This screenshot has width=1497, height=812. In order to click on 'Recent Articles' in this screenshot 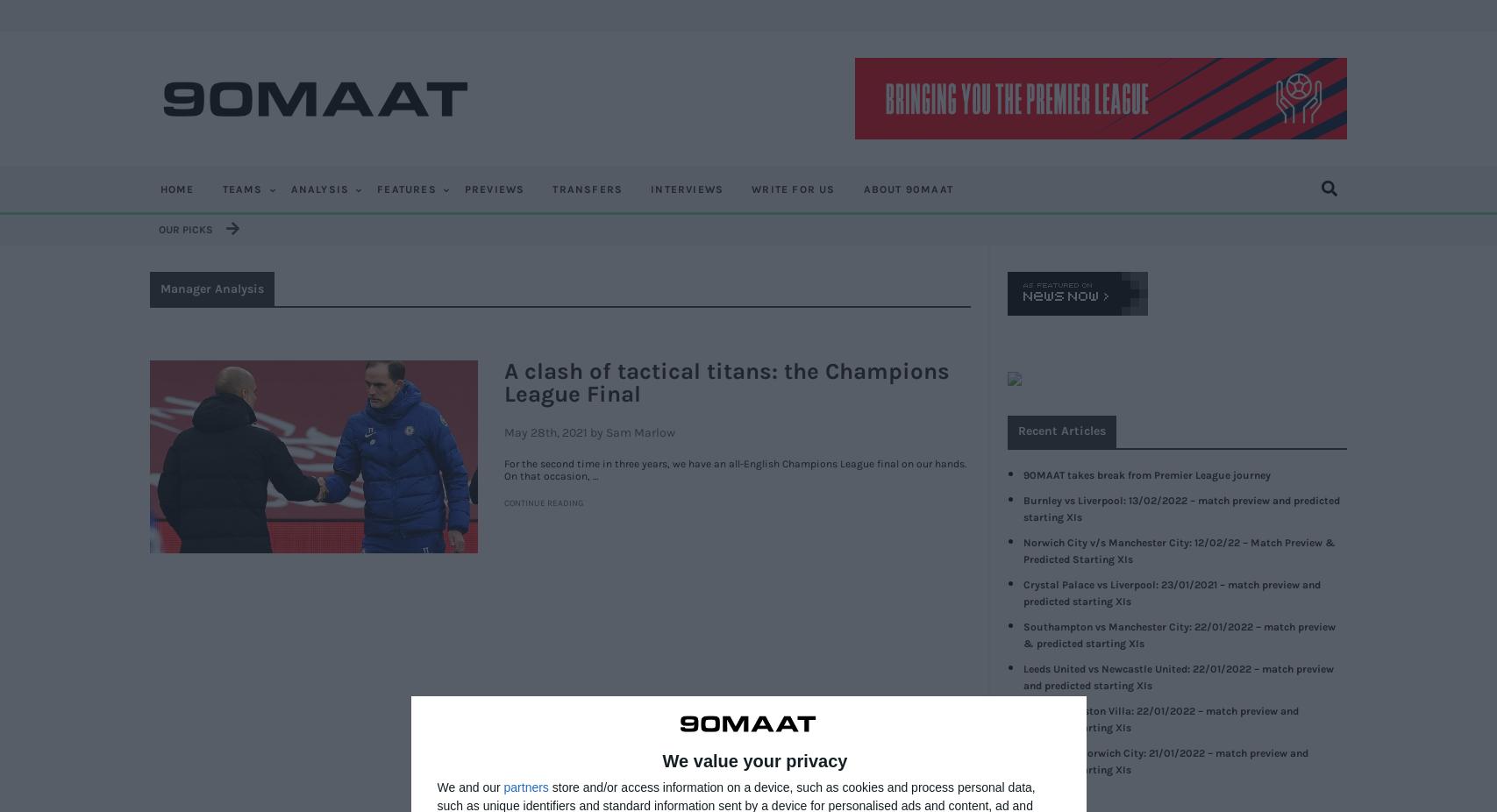, I will do `click(1059, 430)`.